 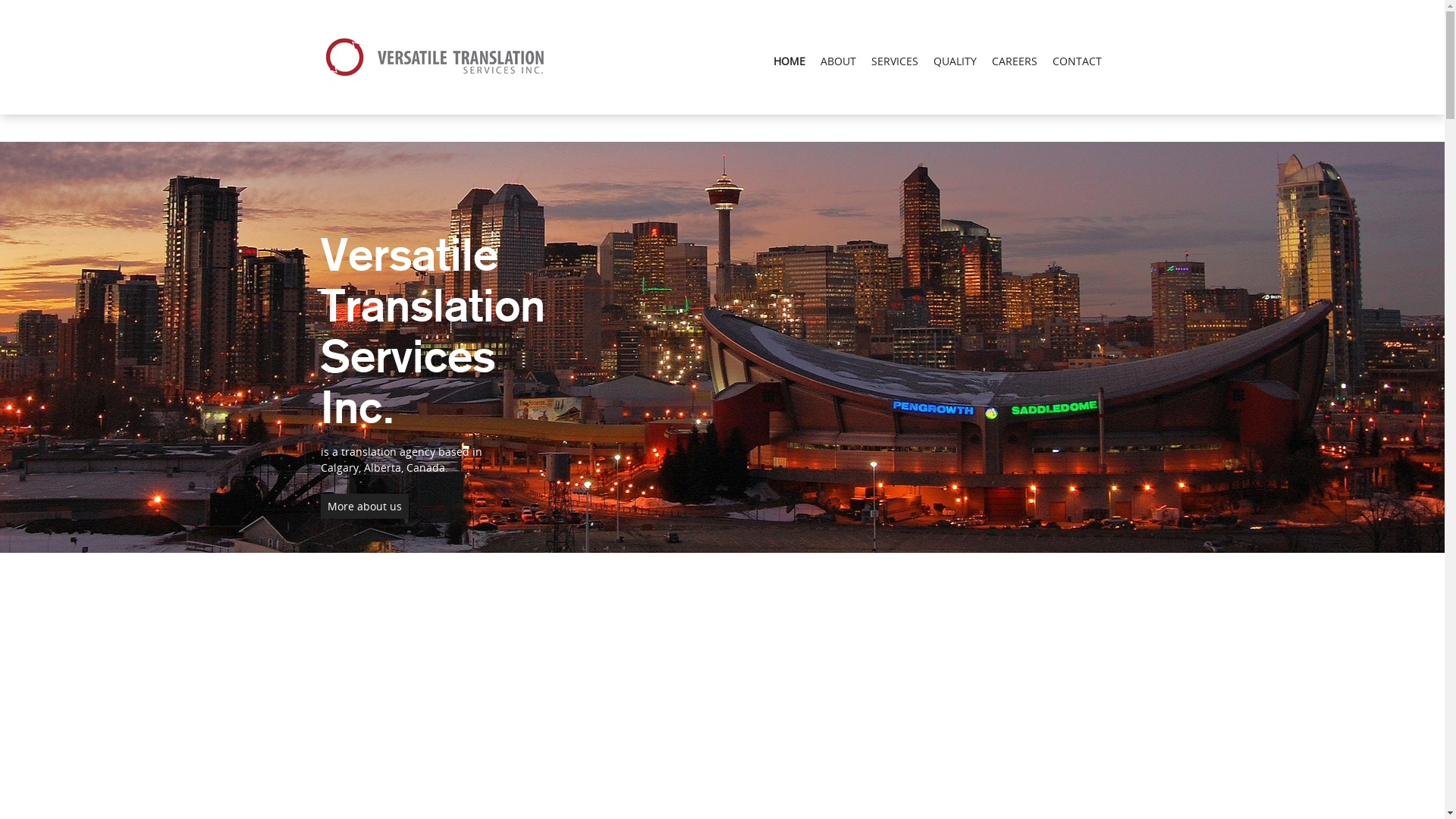 I want to click on 'Versatile Translation Services', so click(x=319, y=56).